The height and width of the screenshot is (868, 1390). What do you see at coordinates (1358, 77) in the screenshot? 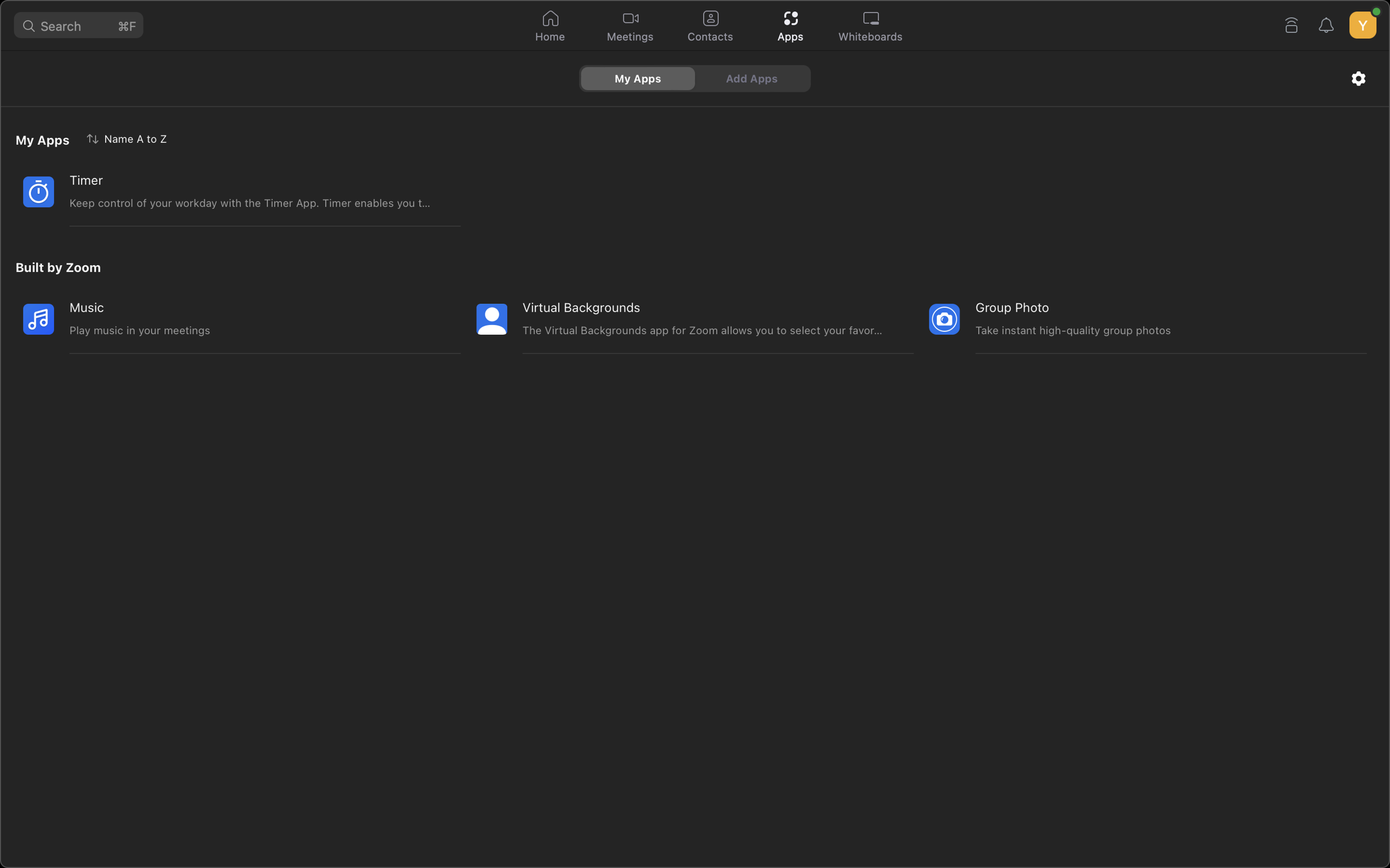
I see `Zoom settings` at bounding box center [1358, 77].